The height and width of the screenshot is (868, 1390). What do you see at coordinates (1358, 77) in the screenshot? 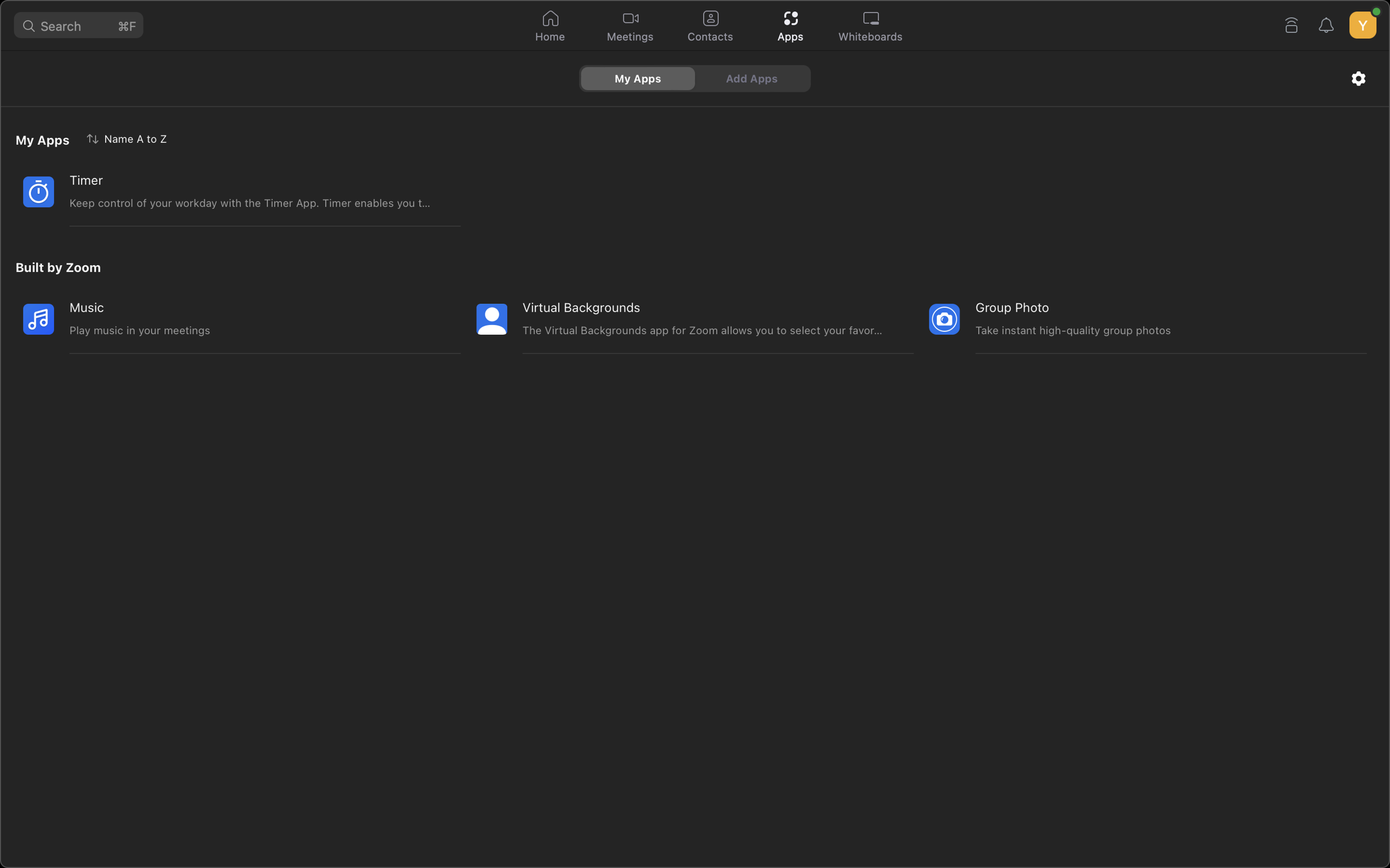
I see `Zoom settings` at bounding box center [1358, 77].